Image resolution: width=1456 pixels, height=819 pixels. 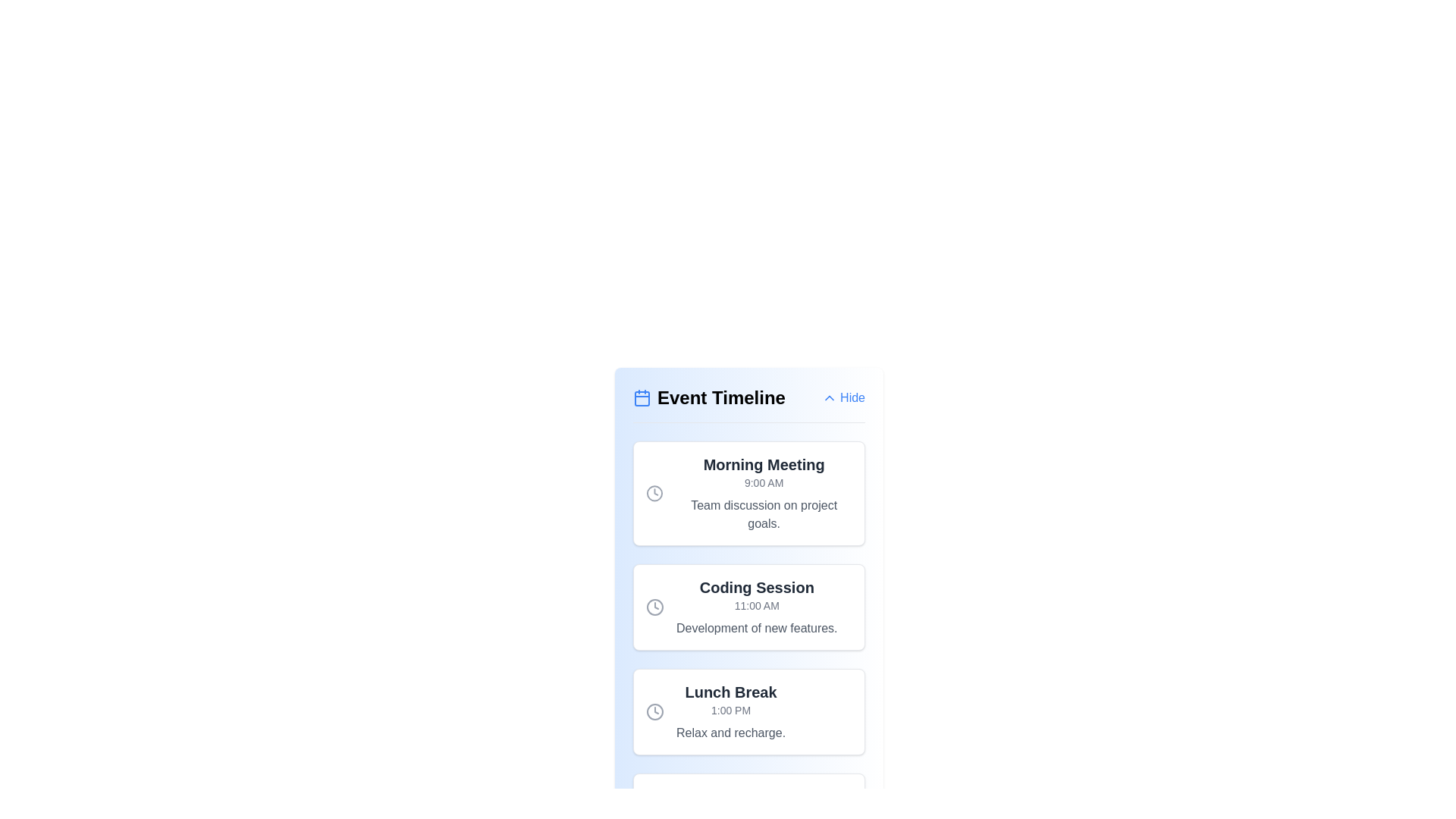 I want to click on the 'Hide' button with an upward-pointing chevron icon located in the upper-right corner of the 'Event Timeline' header section, so click(x=843, y=397).